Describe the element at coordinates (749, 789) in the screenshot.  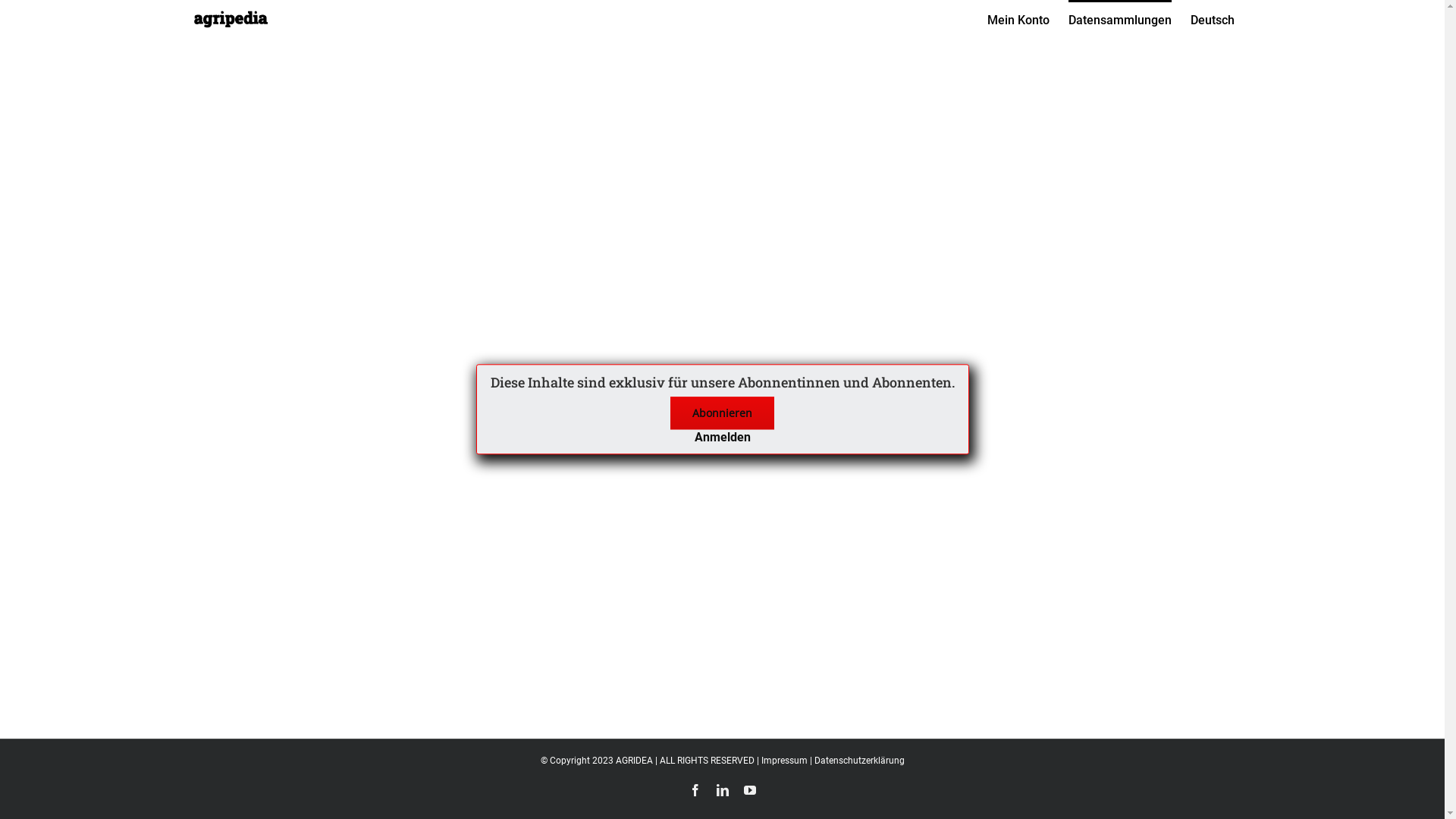
I see `'YouTube'` at that location.